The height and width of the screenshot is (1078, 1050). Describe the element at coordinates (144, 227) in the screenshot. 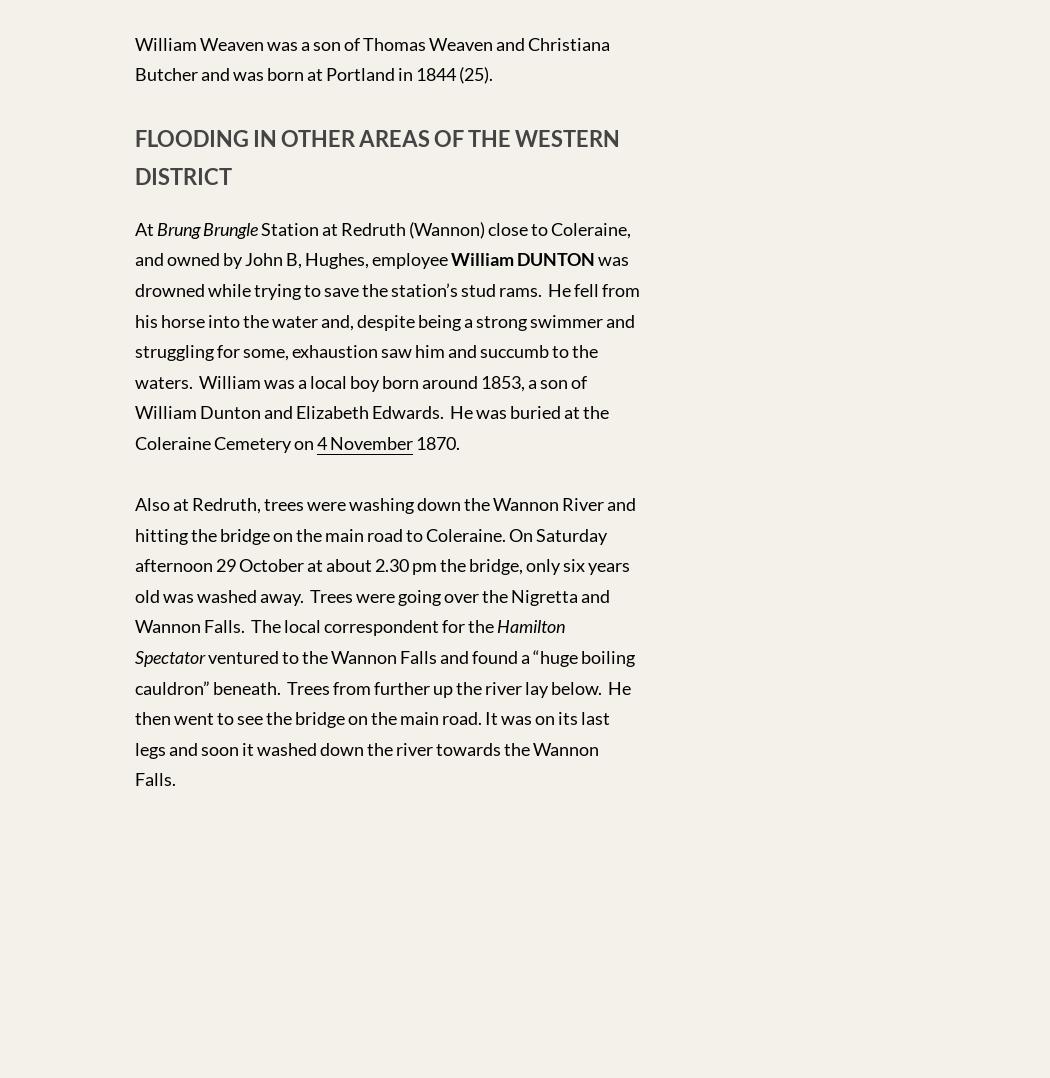

I see `'At'` at that location.